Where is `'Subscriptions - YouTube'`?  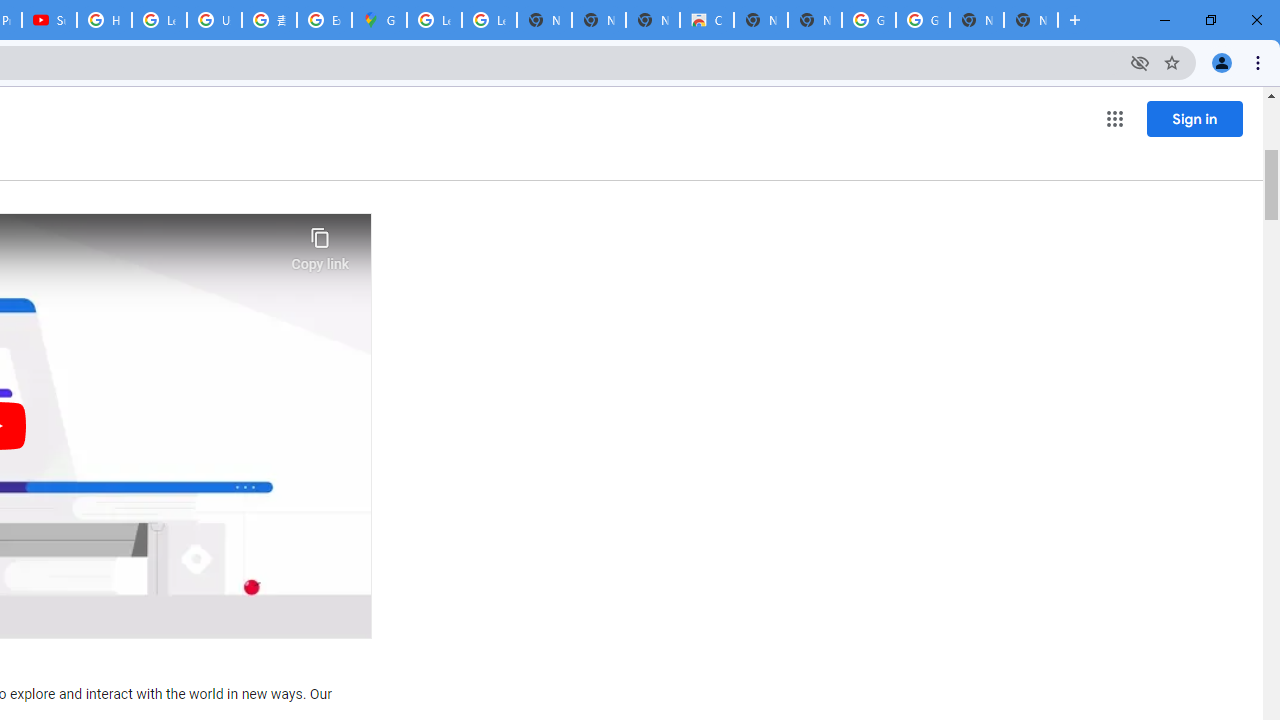 'Subscriptions - YouTube' is located at coordinates (49, 20).